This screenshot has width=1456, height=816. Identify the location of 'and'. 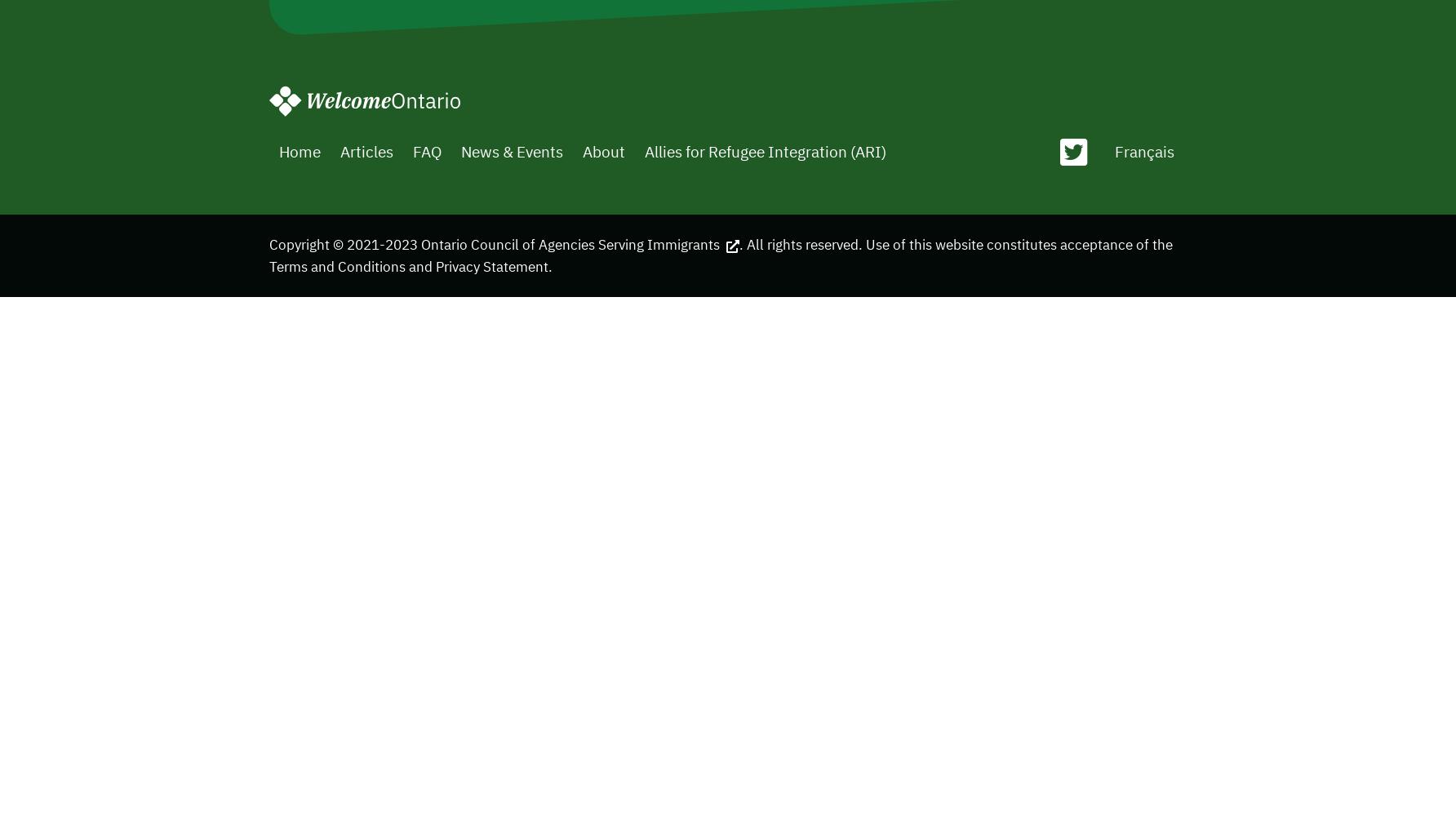
(404, 264).